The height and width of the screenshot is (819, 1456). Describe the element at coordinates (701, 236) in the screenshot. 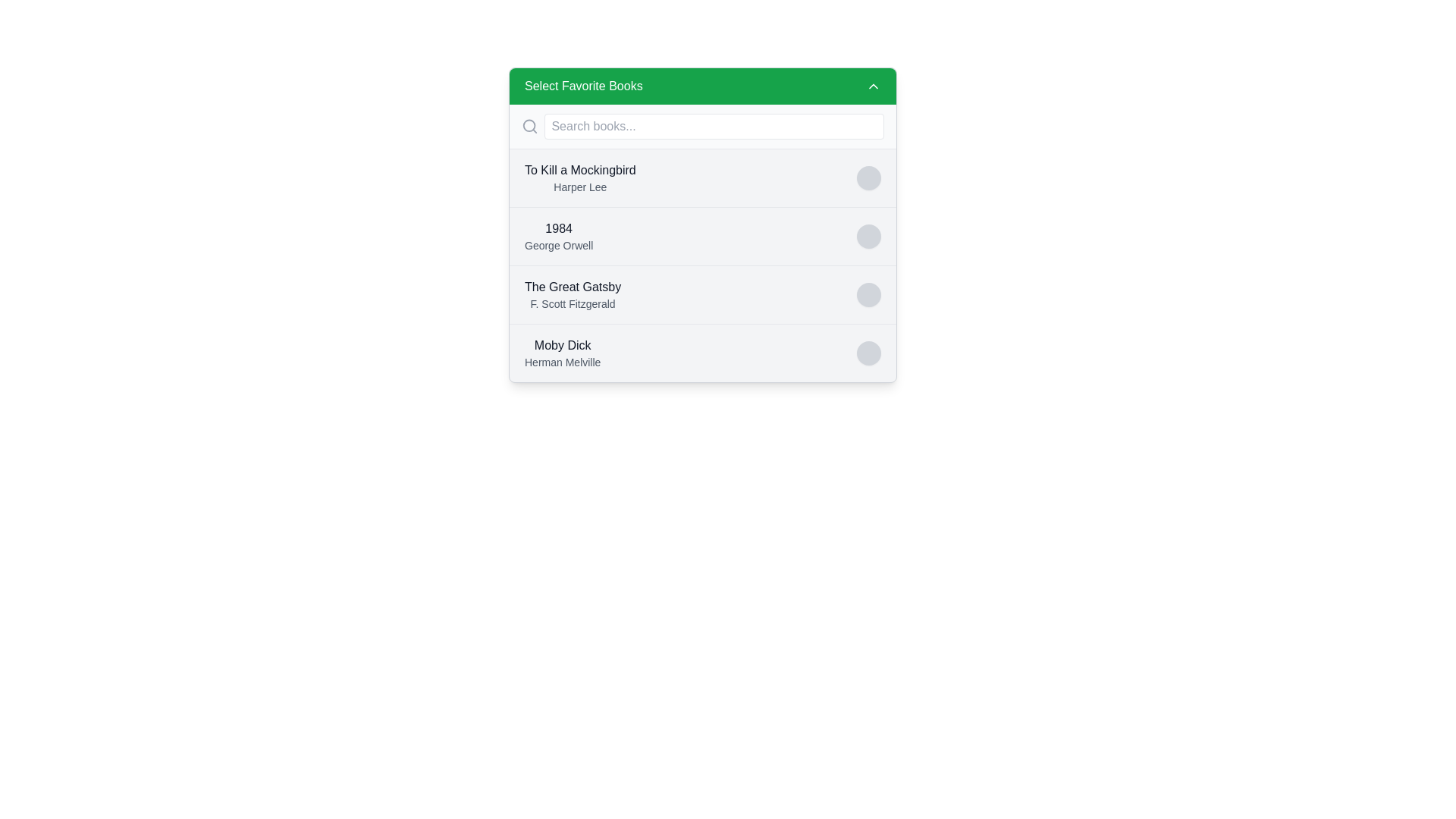

I see `the circular button associated with the book entry '1984' by George Orwell, which is the second item in the list of books` at that location.